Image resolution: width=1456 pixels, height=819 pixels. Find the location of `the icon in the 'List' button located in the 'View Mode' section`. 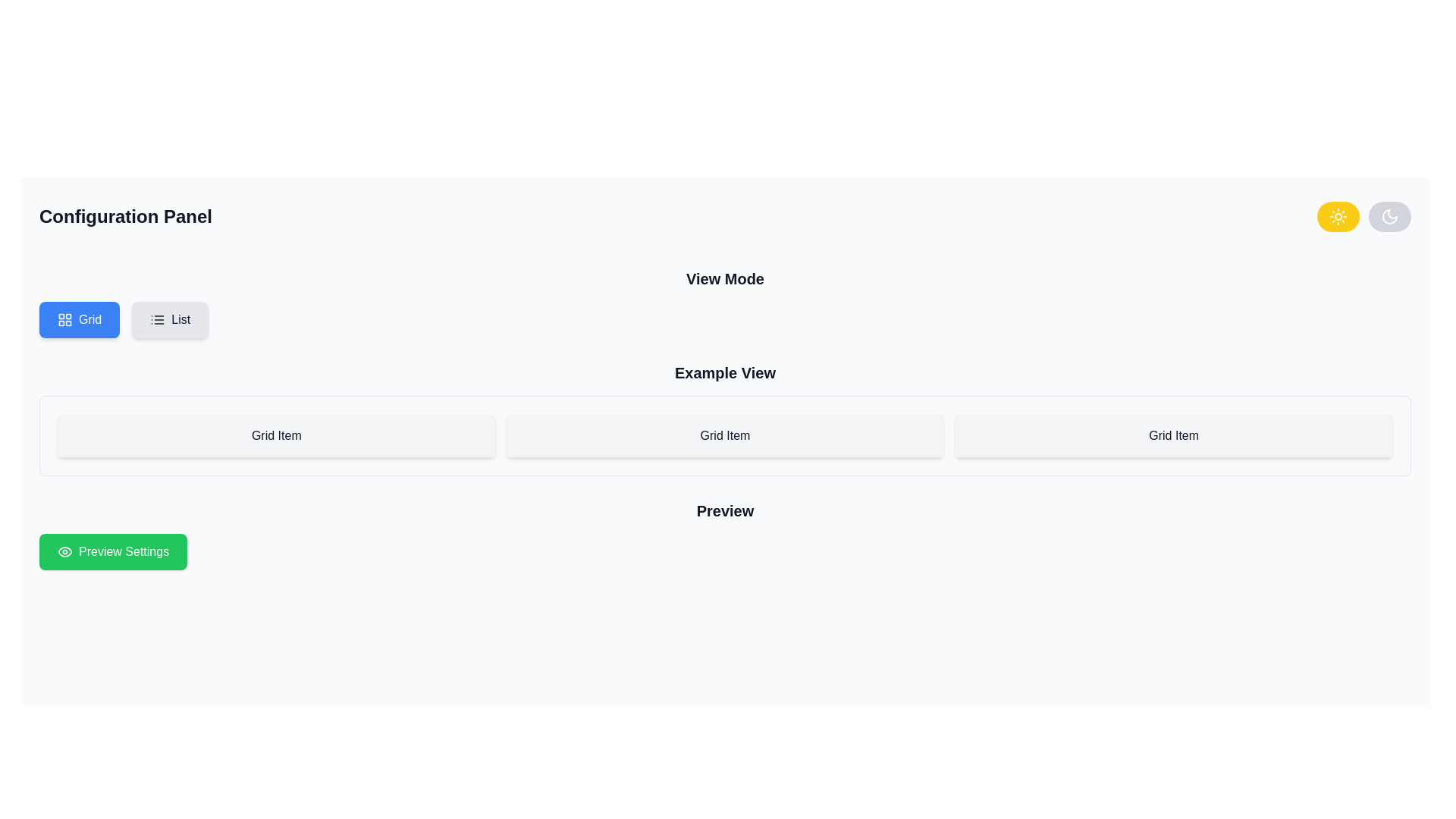

the icon in the 'List' button located in the 'View Mode' section is located at coordinates (158, 318).